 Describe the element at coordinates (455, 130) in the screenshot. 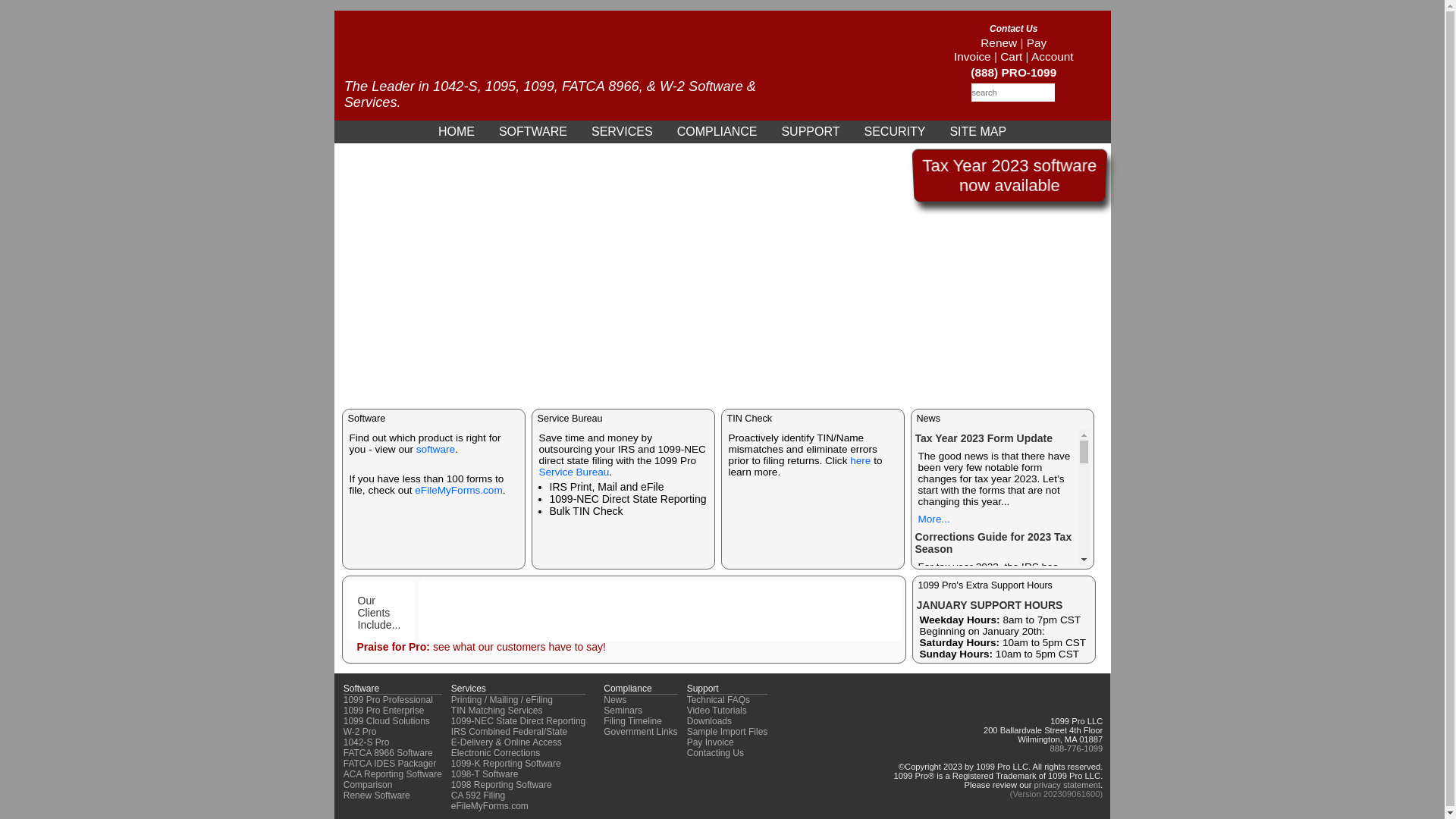

I see `'HOME'` at that location.